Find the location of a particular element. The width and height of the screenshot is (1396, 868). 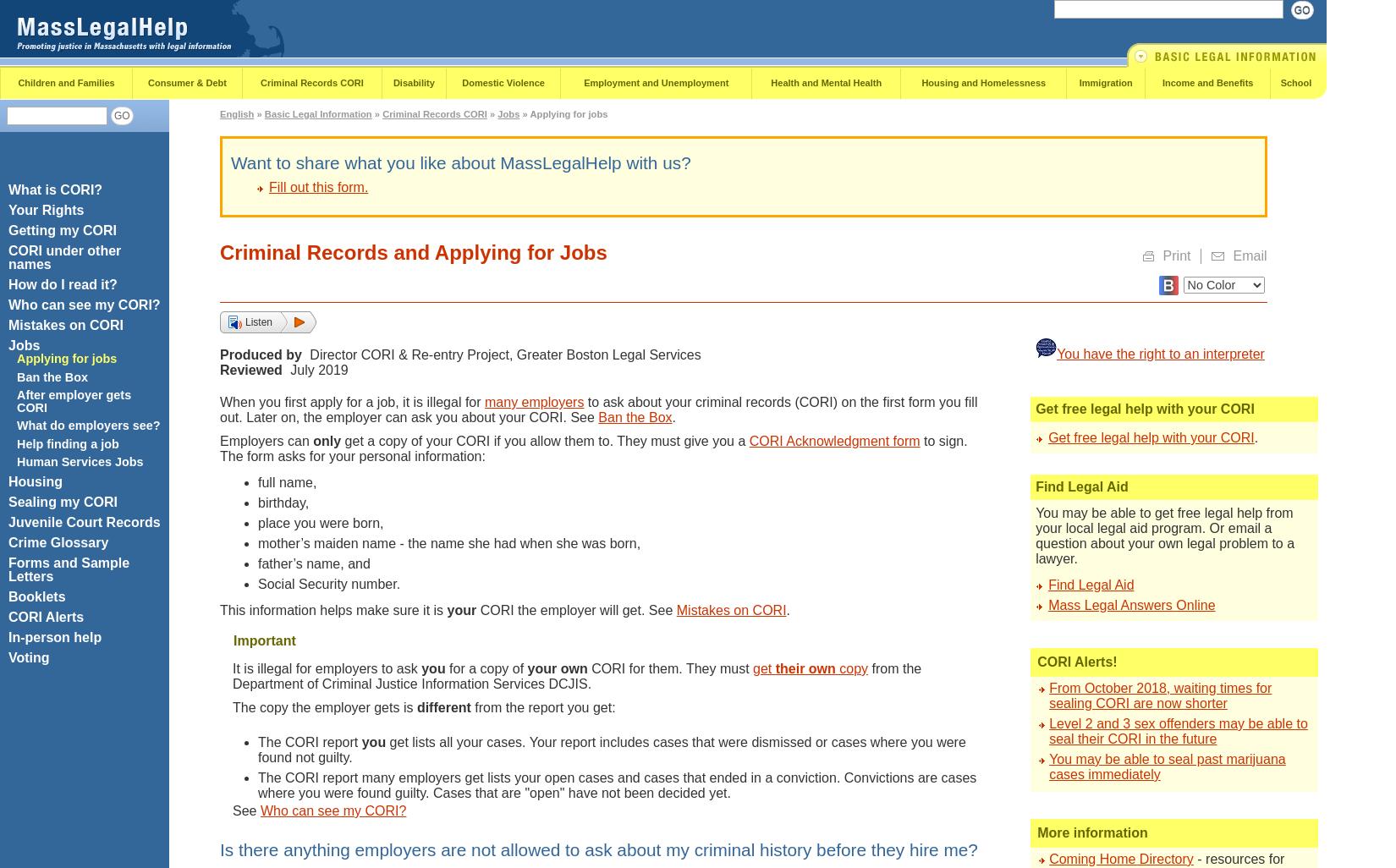

'Domestic Violence' is located at coordinates (460, 81).